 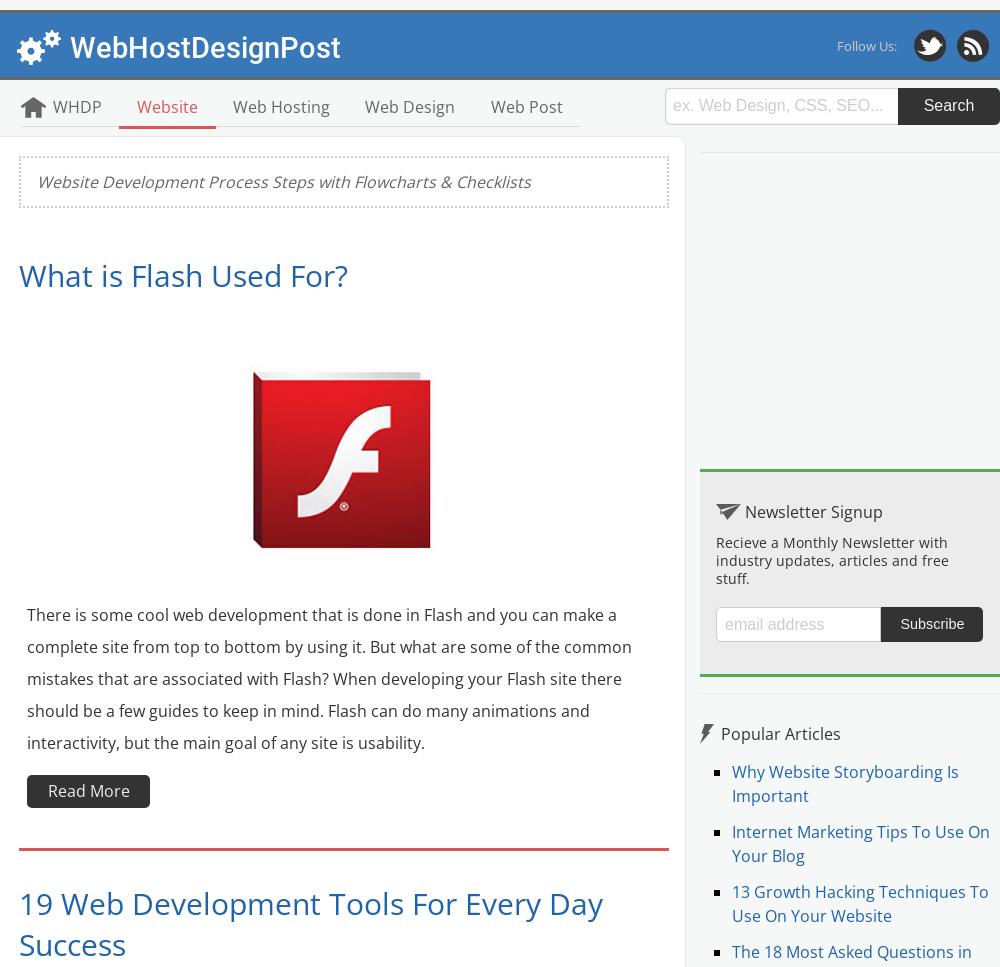 What do you see at coordinates (860, 843) in the screenshot?
I see `'Internet Marketing Tips To Use On Your Blog'` at bounding box center [860, 843].